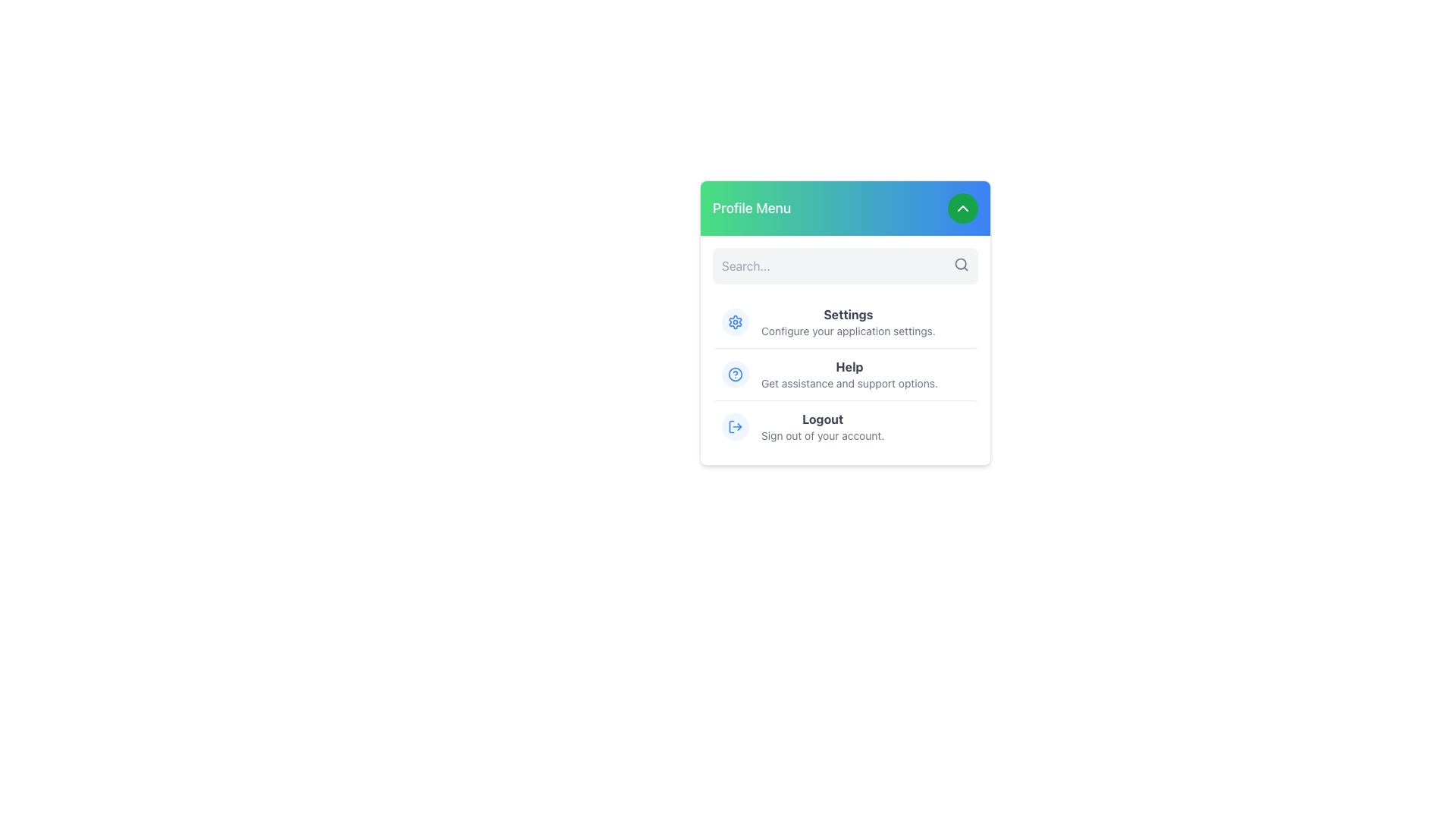 The height and width of the screenshot is (819, 1456). Describe the element at coordinates (822, 419) in the screenshot. I see `the 'Logout' text label in the 'Profile Menu' panel, which is the first item in the list and indicates the action to log out of the user's account` at that location.